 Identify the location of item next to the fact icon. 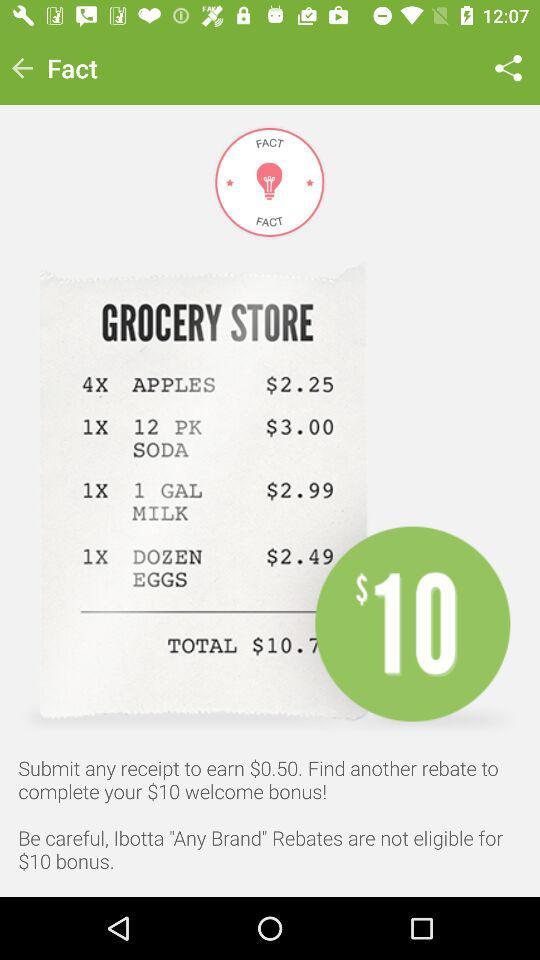
(21, 68).